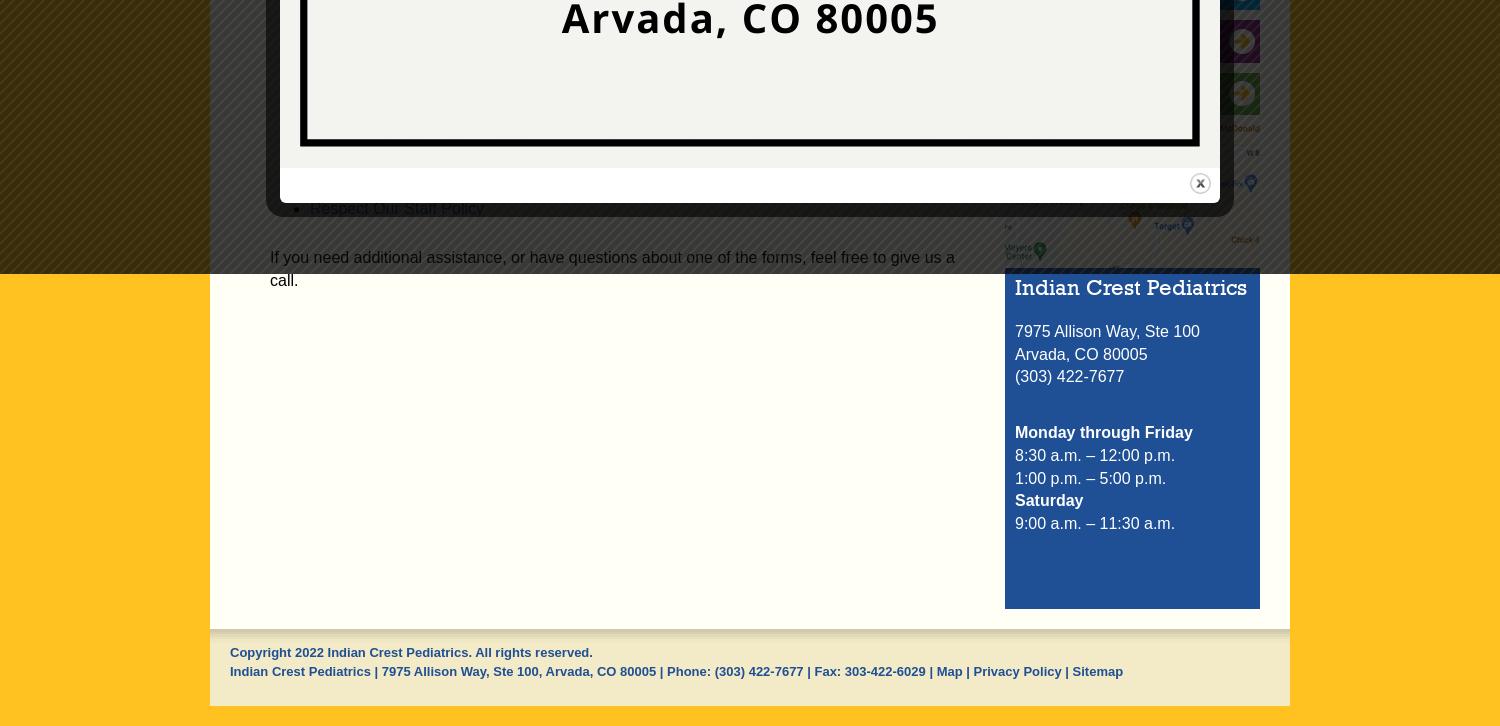 This screenshot has width=1500, height=726. Describe the element at coordinates (605, 669) in the screenshot. I see `'CO'` at that location.